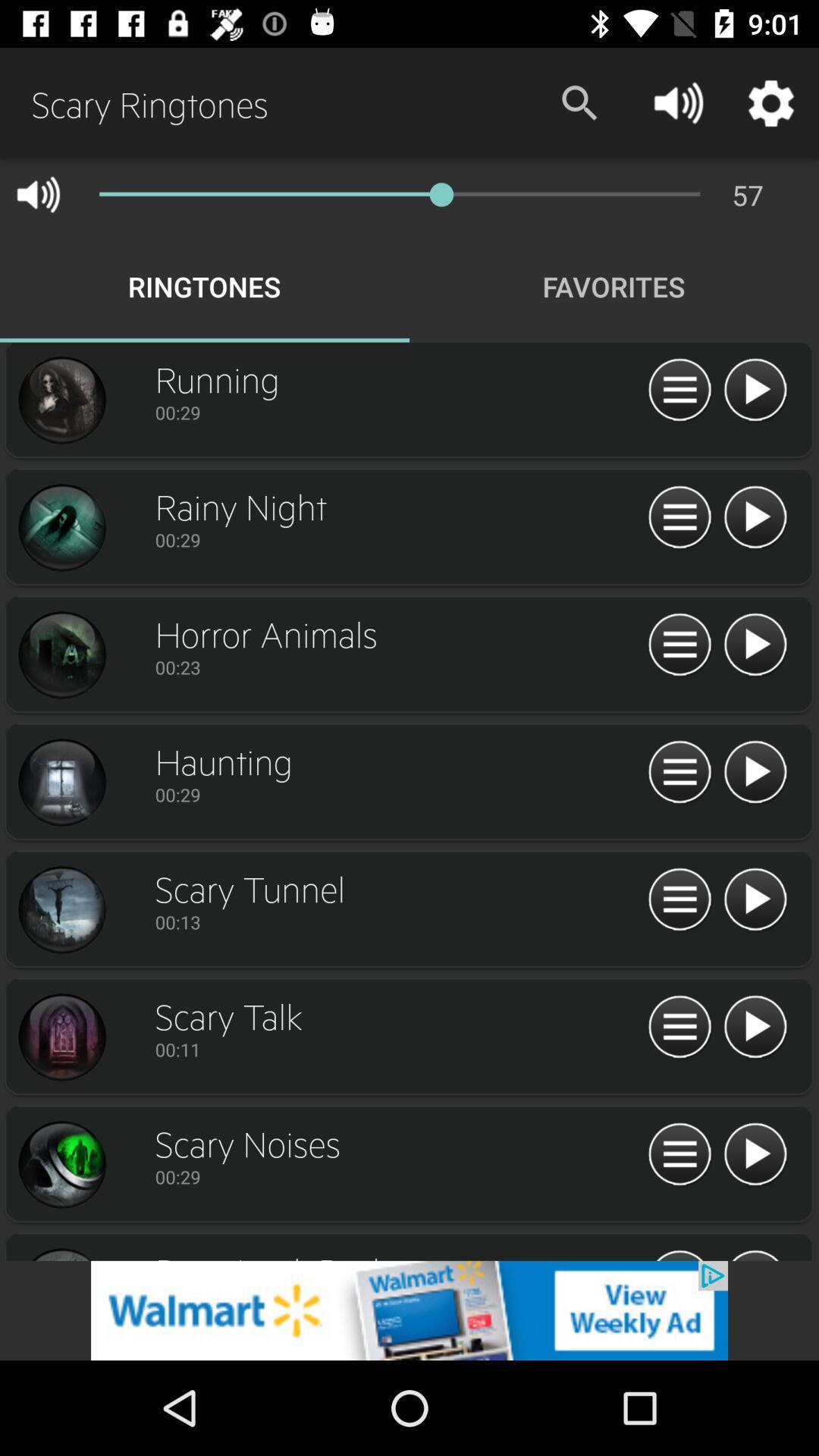 The image size is (819, 1456). I want to click on the music, so click(755, 518).